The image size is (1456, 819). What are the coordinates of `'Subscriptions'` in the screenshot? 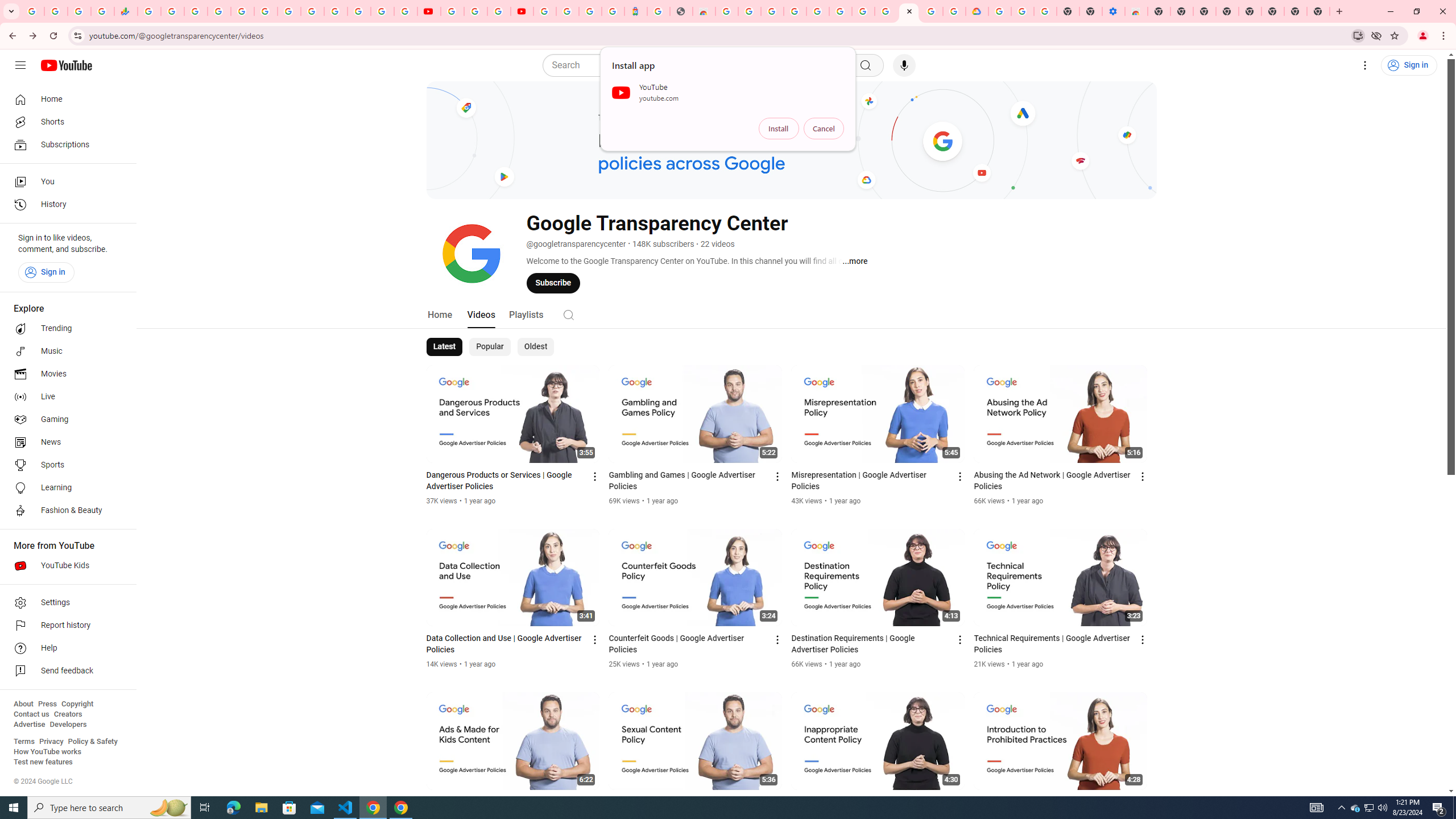 It's located at (64, 144).